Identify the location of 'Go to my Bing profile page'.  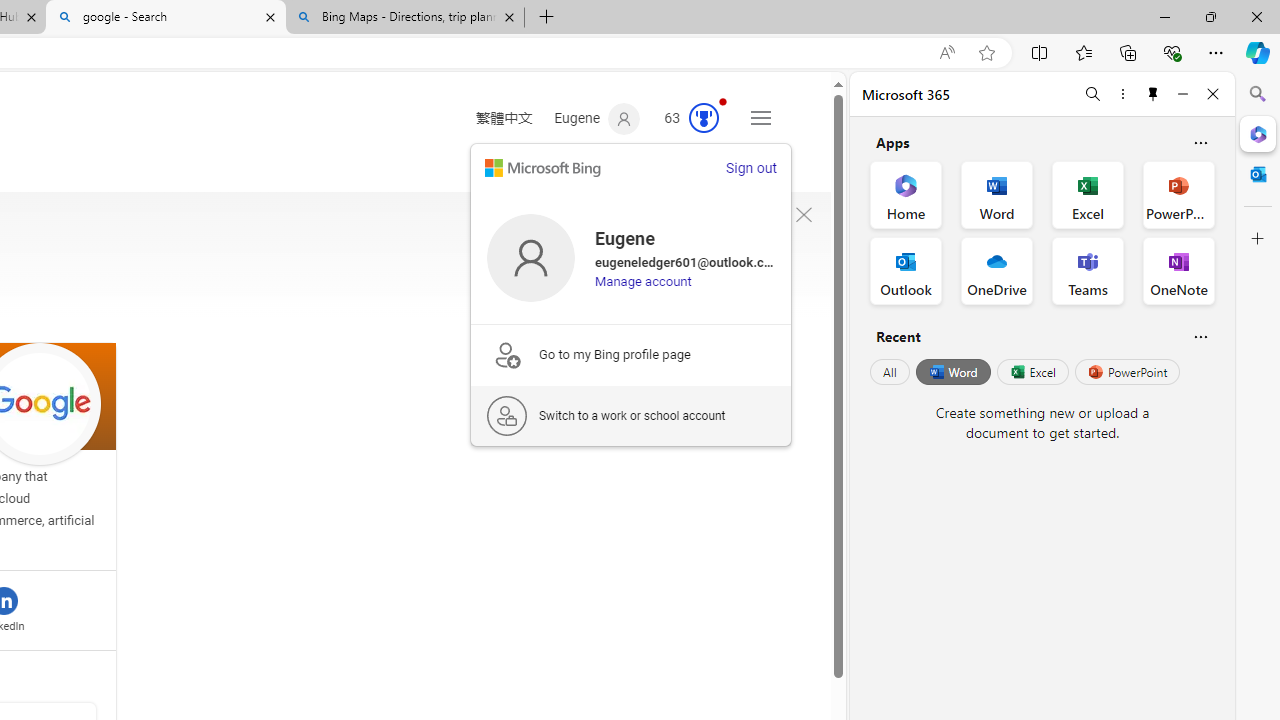
(630, 353).